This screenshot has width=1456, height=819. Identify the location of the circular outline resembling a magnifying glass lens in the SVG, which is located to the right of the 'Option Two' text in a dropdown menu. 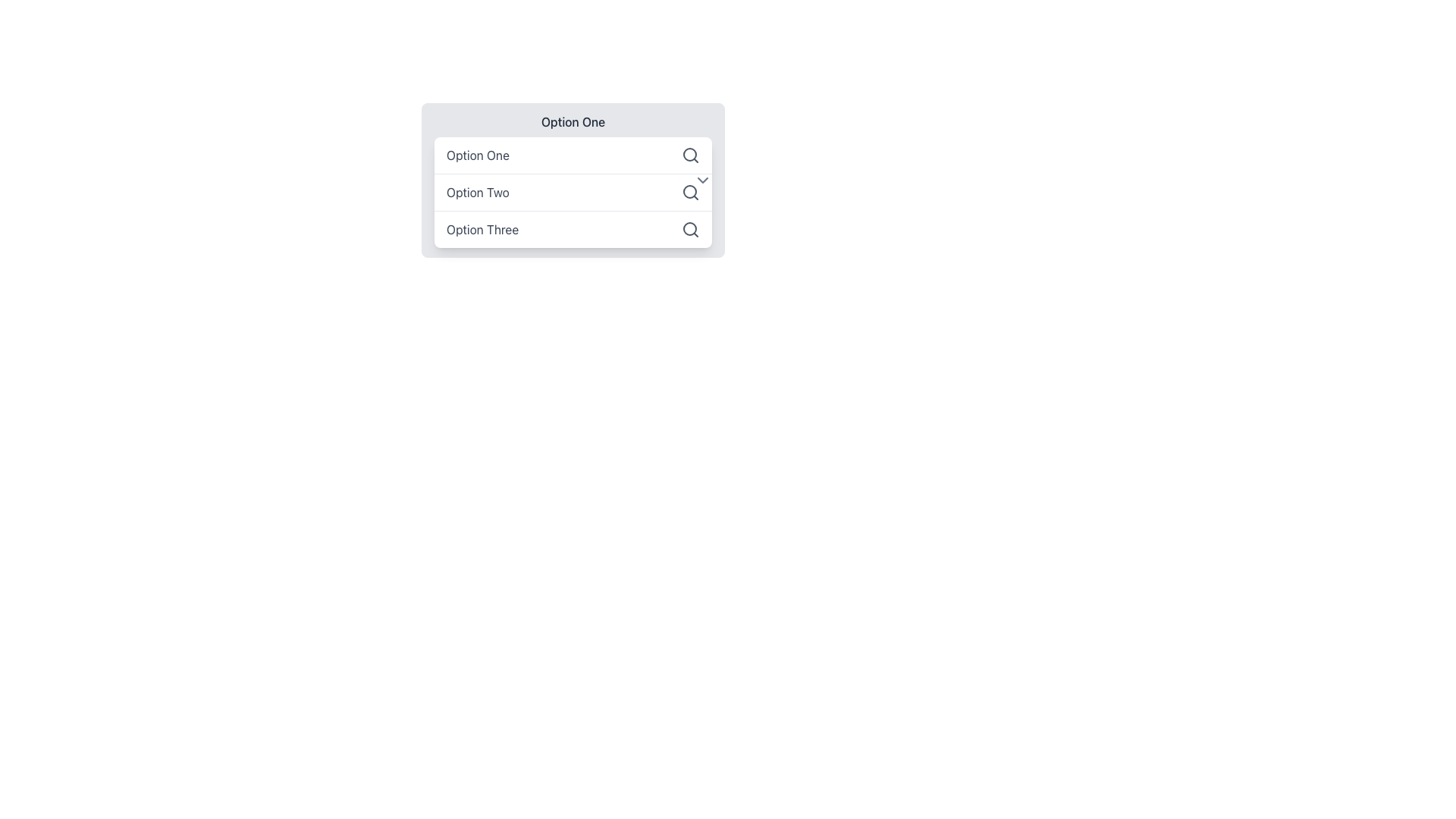
(689, 191).